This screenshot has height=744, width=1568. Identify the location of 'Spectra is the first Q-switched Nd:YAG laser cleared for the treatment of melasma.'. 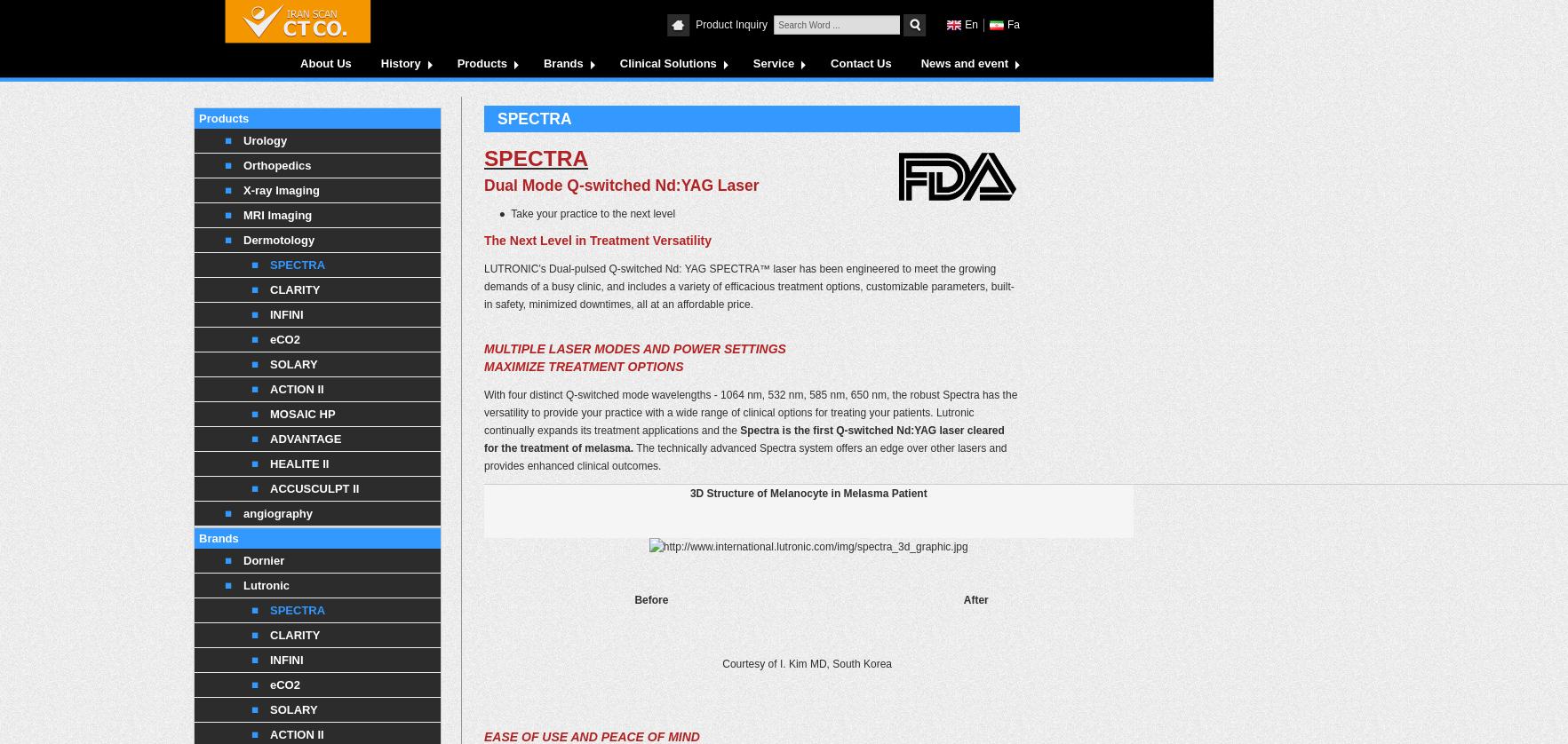
(743, 439).